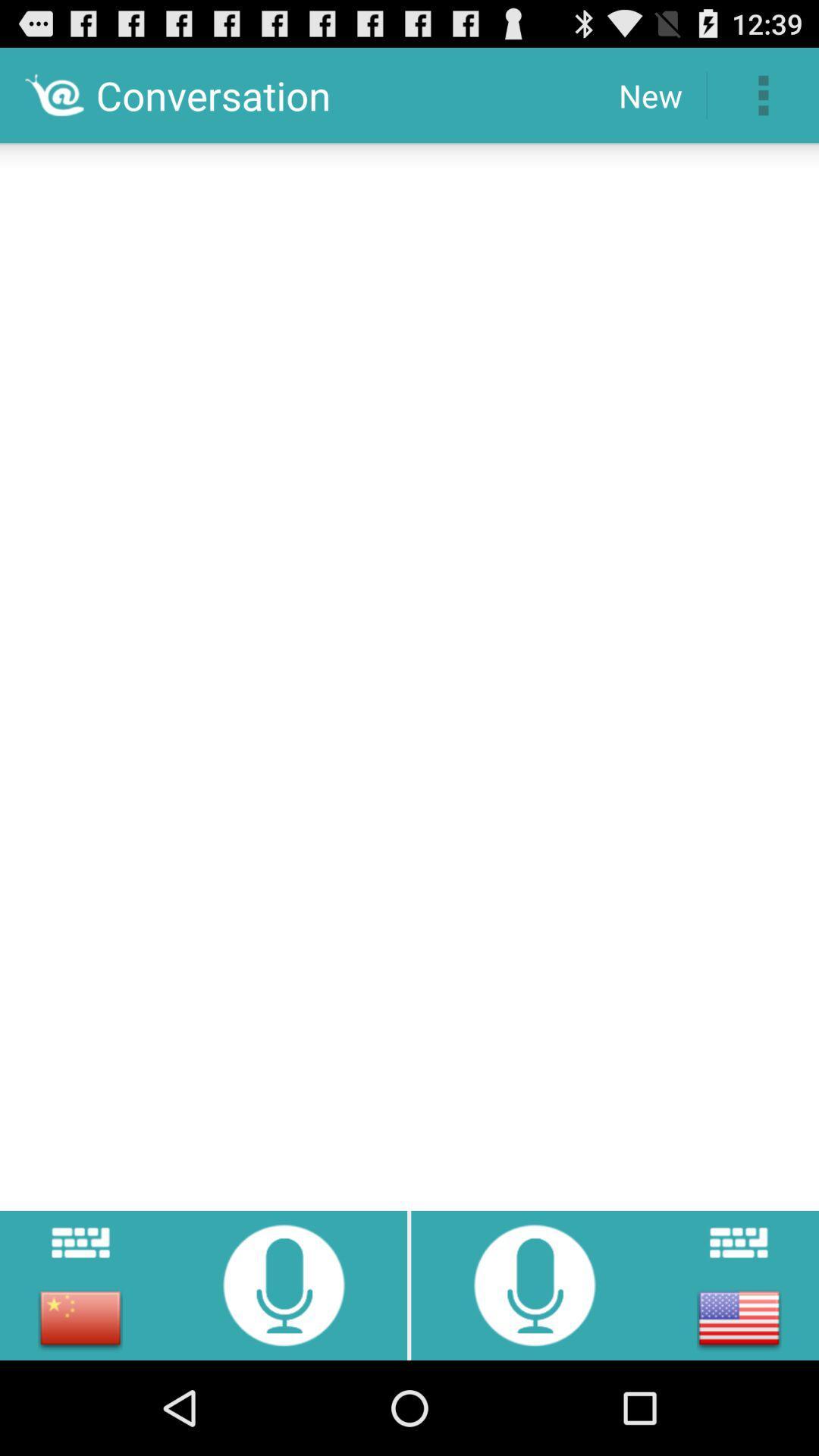 Image resolution: width=819 pixels, height=1456 pixels. What do you see at coordinates (409, 671) in the screenshot?
I see `the item at the center` at bounding box center [409, 671].